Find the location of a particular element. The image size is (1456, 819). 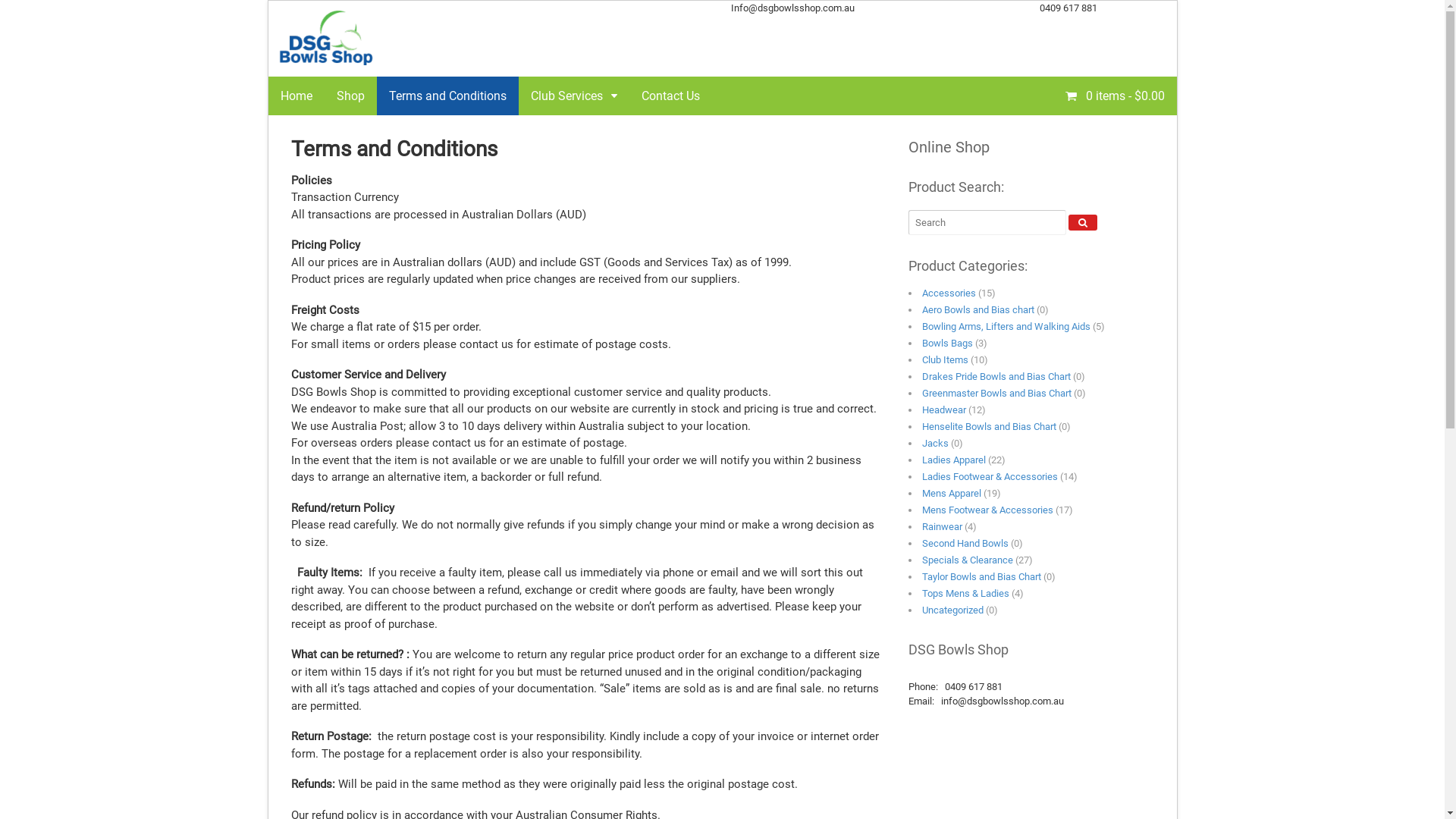

'Bowls Bags' is located at coordinates (946, 343).